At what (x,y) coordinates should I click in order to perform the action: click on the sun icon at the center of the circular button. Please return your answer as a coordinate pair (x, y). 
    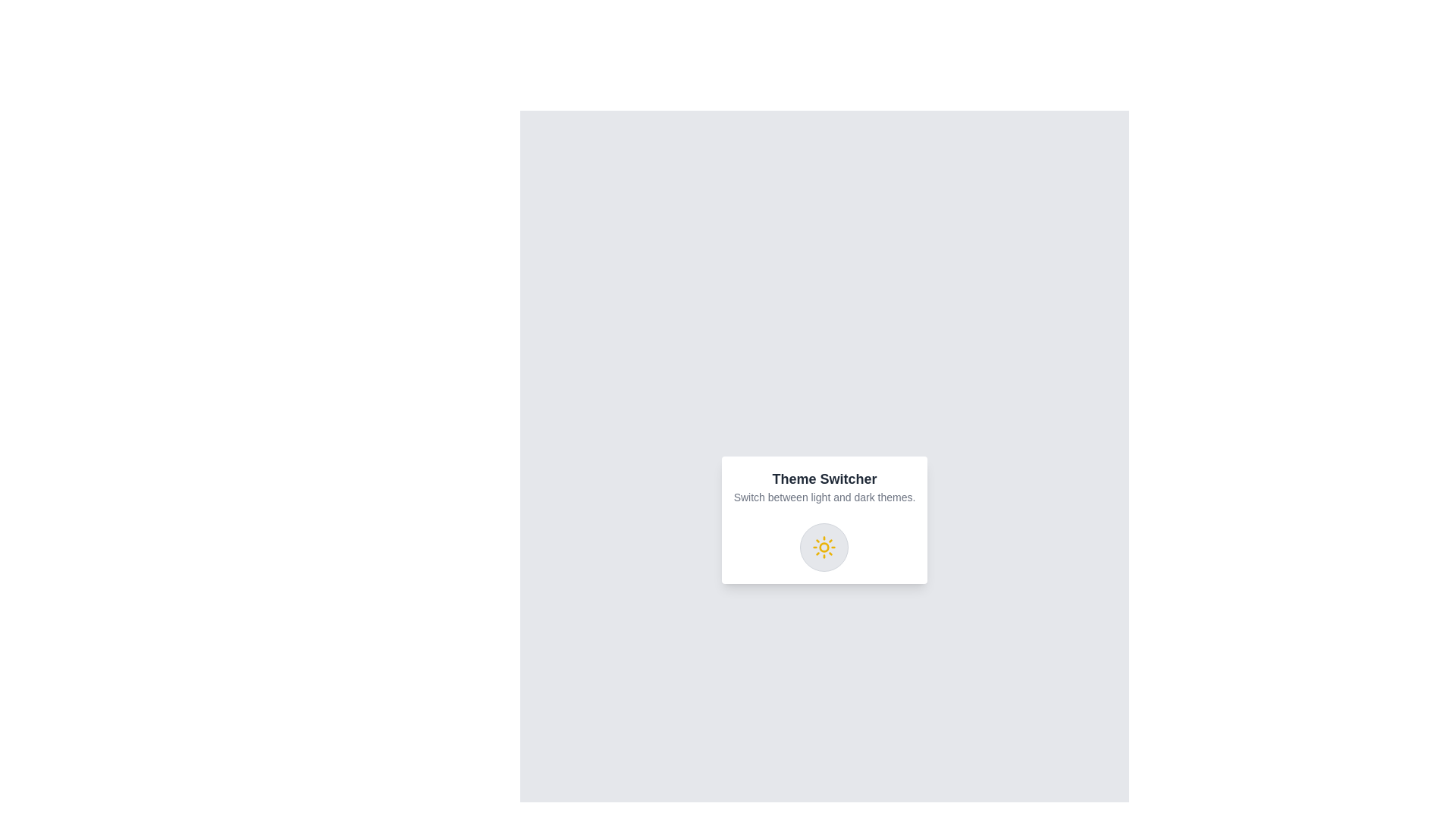
    Looking at the image, I should click on (824, 547).